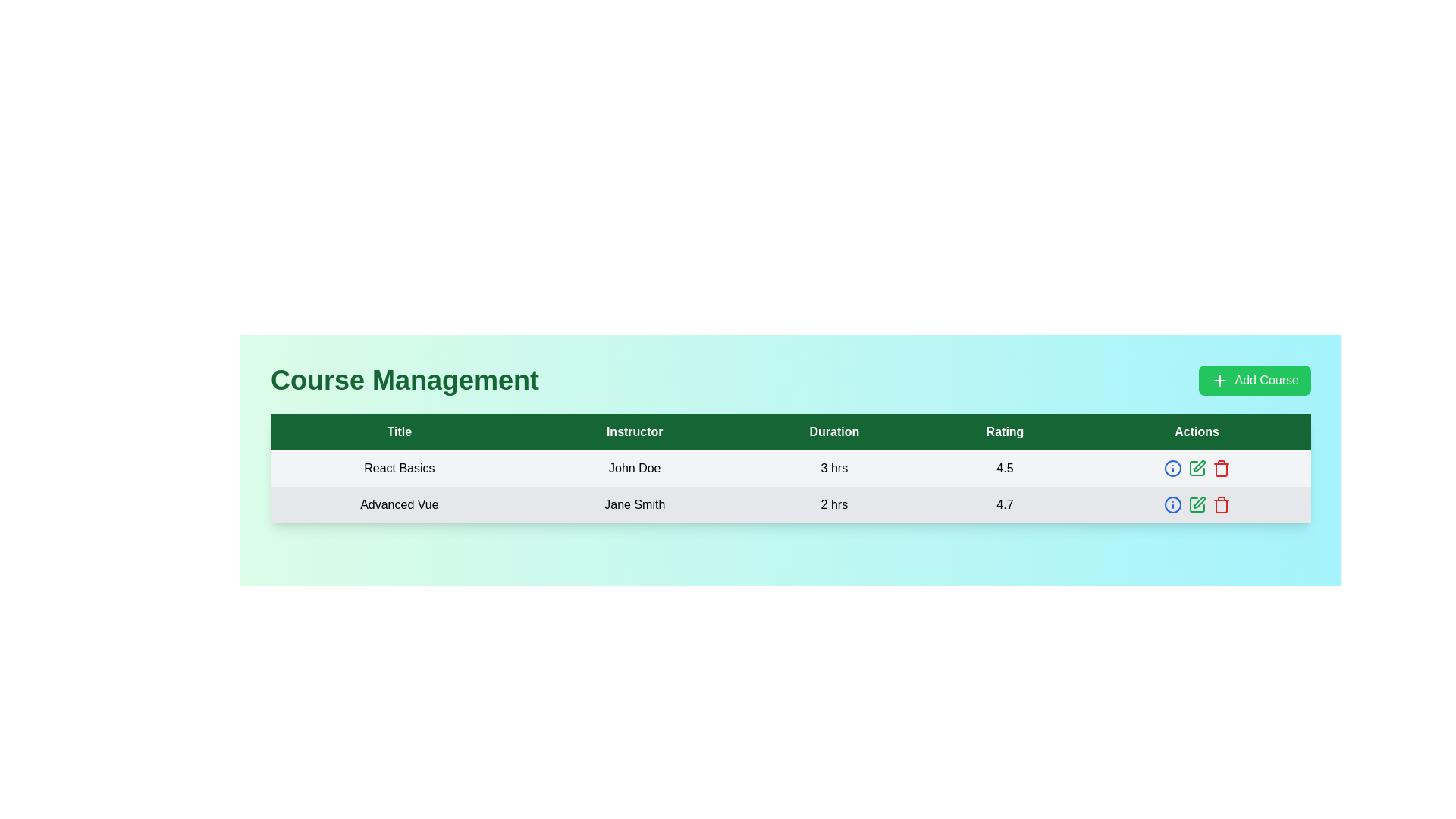 This screenshot has width=1456, height=819. What do you see at coordinates (1172, 467) in the screenshot?
I see `SVG circle icon associated with the 'Advanced Vue' course in the 'Actions' column of the second row using developer tools` at bounding box center [1172, 467].